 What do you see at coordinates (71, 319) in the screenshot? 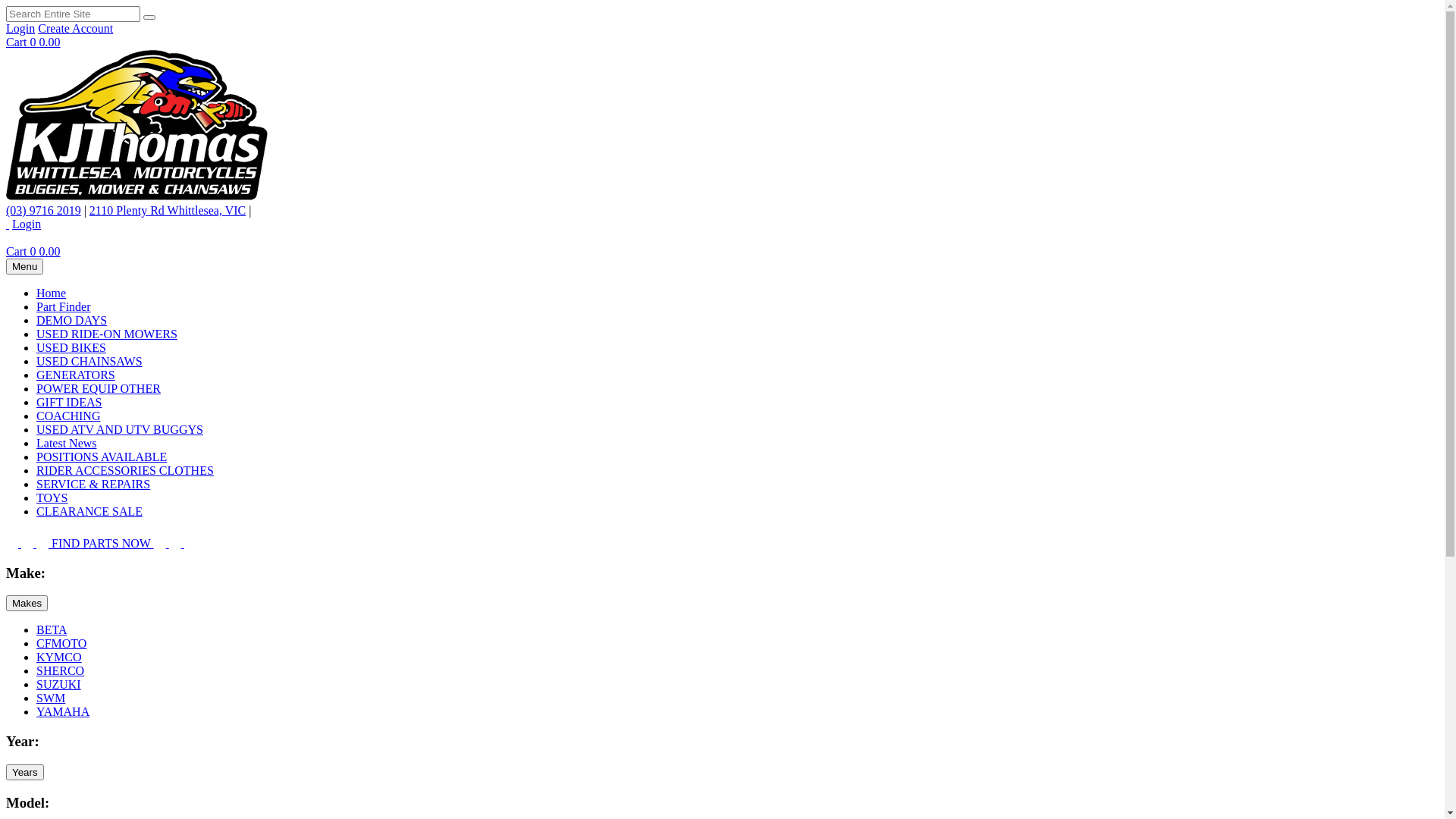
I see `'DEMO DAYS'` at bounding box center [71, 319].